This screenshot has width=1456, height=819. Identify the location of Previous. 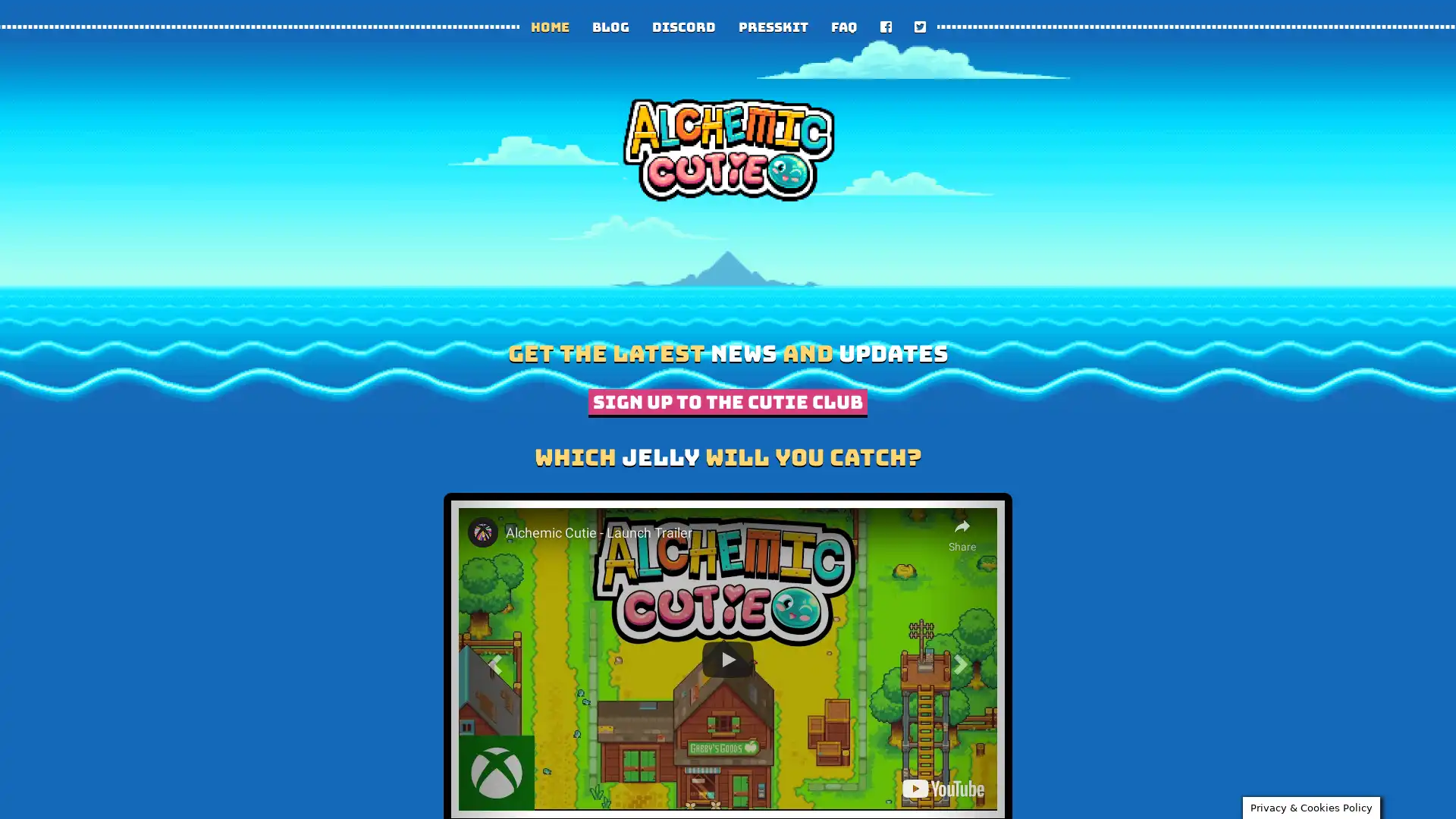
(492, 658).